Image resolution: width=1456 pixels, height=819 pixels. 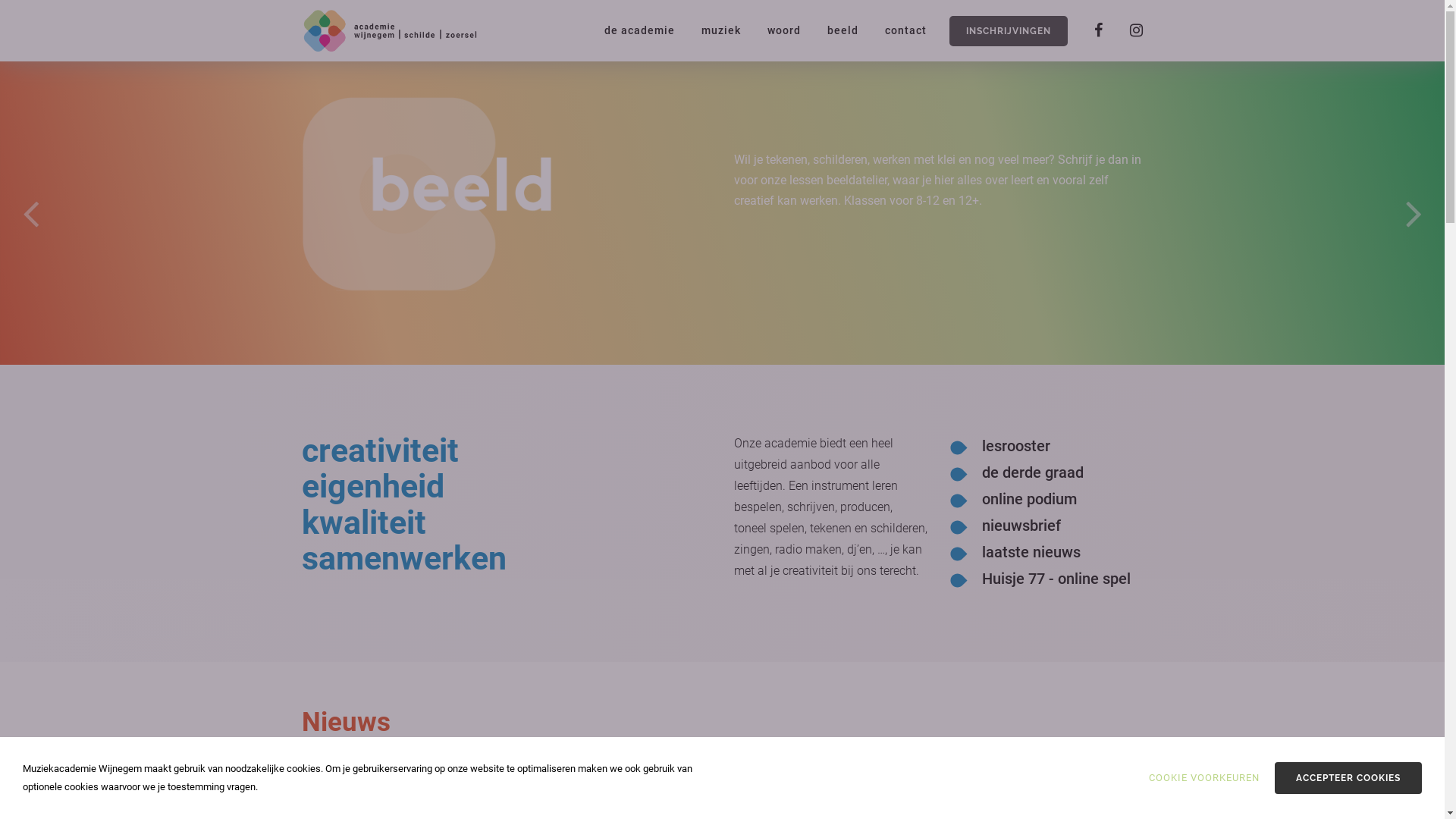 I want to click on 'beeld', so click(x=829, y=27).